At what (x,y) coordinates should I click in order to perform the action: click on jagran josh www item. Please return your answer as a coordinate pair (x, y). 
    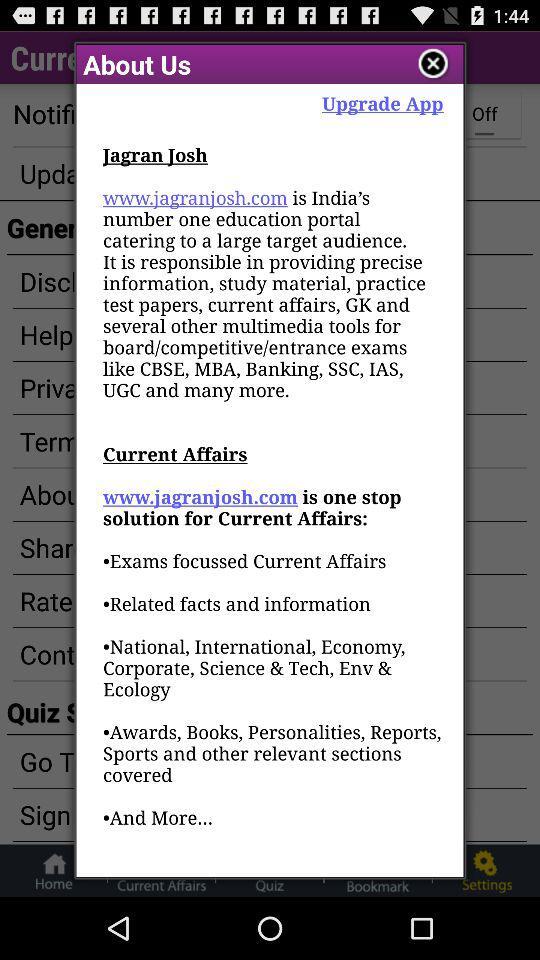
    Looking at the image, I should click on (272, 508).